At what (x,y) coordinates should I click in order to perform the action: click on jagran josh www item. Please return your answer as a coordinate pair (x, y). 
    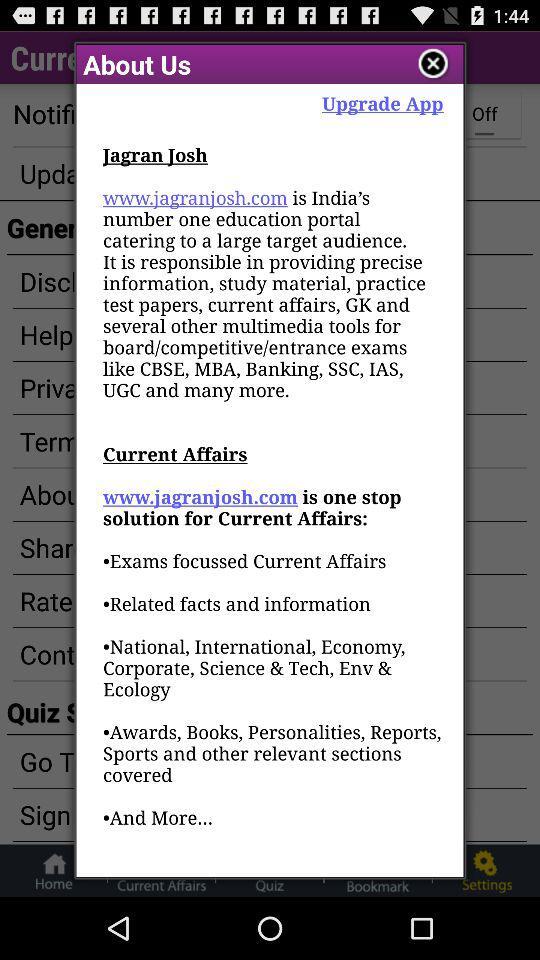
    Looking at the image, I should click on (272, 508).